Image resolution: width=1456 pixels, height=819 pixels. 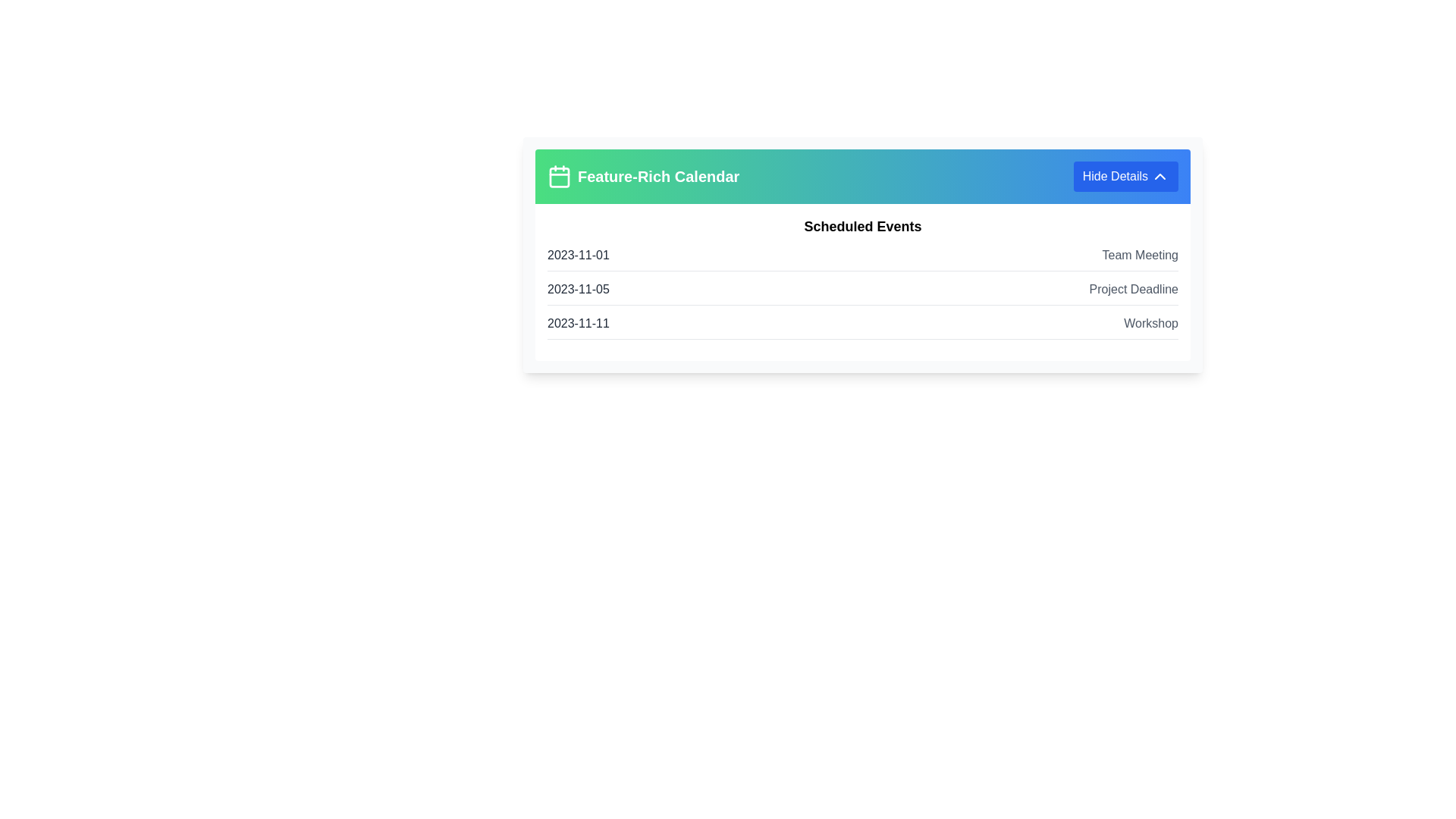 What do you see at coordinates (578, 254) in the screenshot?
I see `the date text '2023-11-01' displayed in dark gray font, positioned at the beginning of a row within the list of events under the 'Feature-Rich Calendar' section, to read the date` at bounding box center [578, 254].